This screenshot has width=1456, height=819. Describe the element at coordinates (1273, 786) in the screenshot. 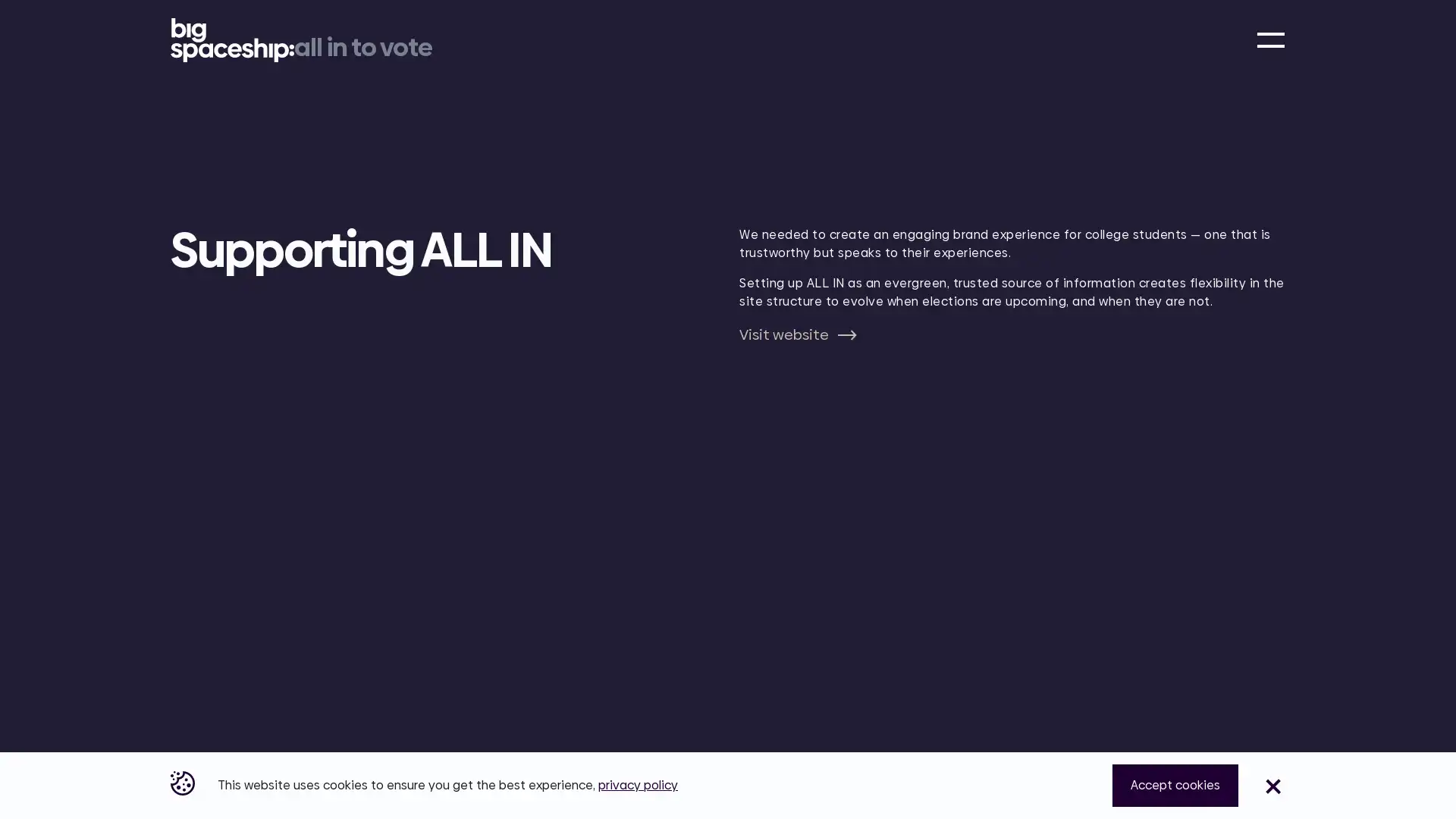

I see `Close` at that location.